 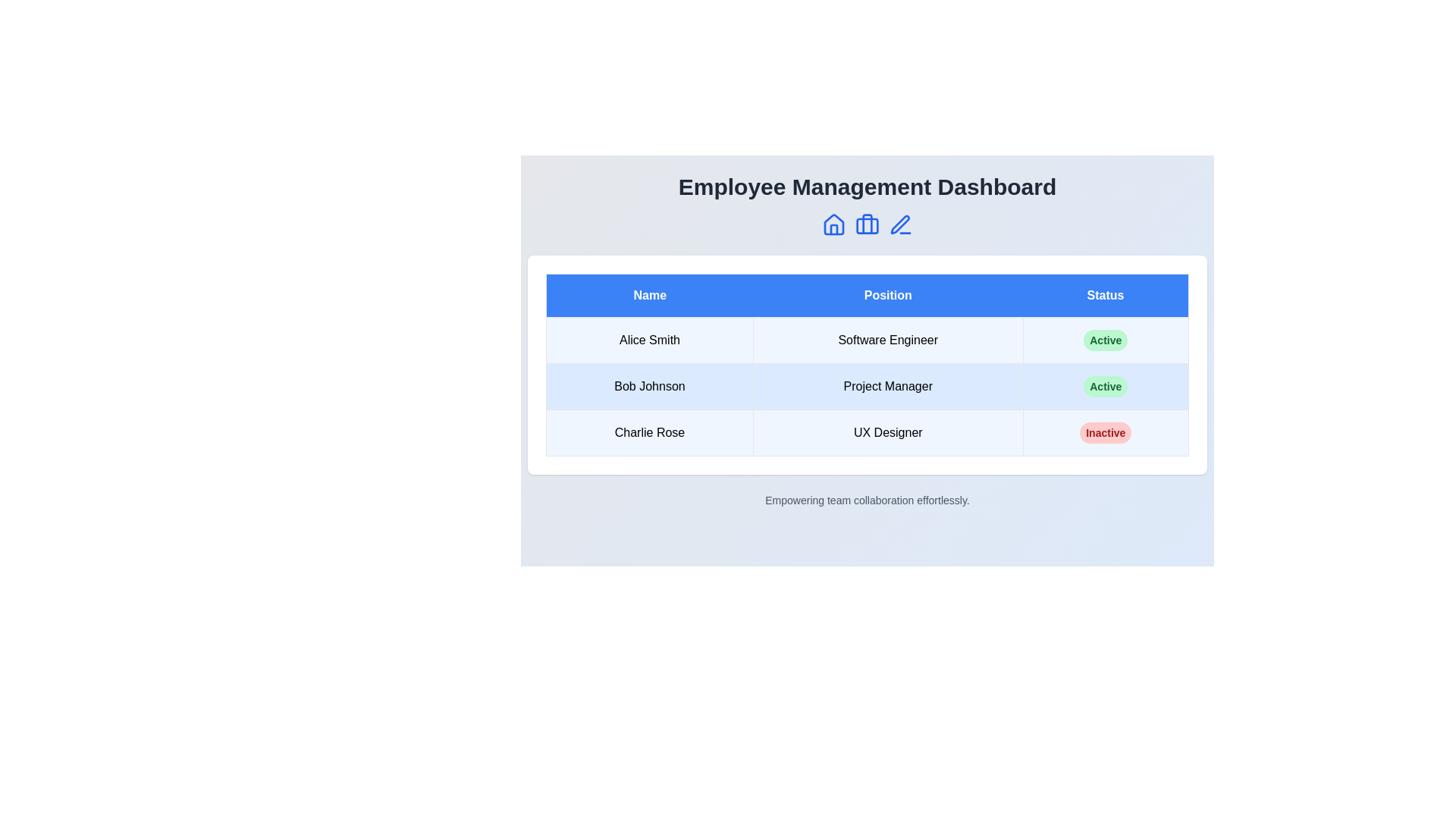 I want to click on the bold, black, large-sized text label displaying 'Employee Management Dashboard', which is centered in the header section above the row of blue icons, so click(x=867, y=186).